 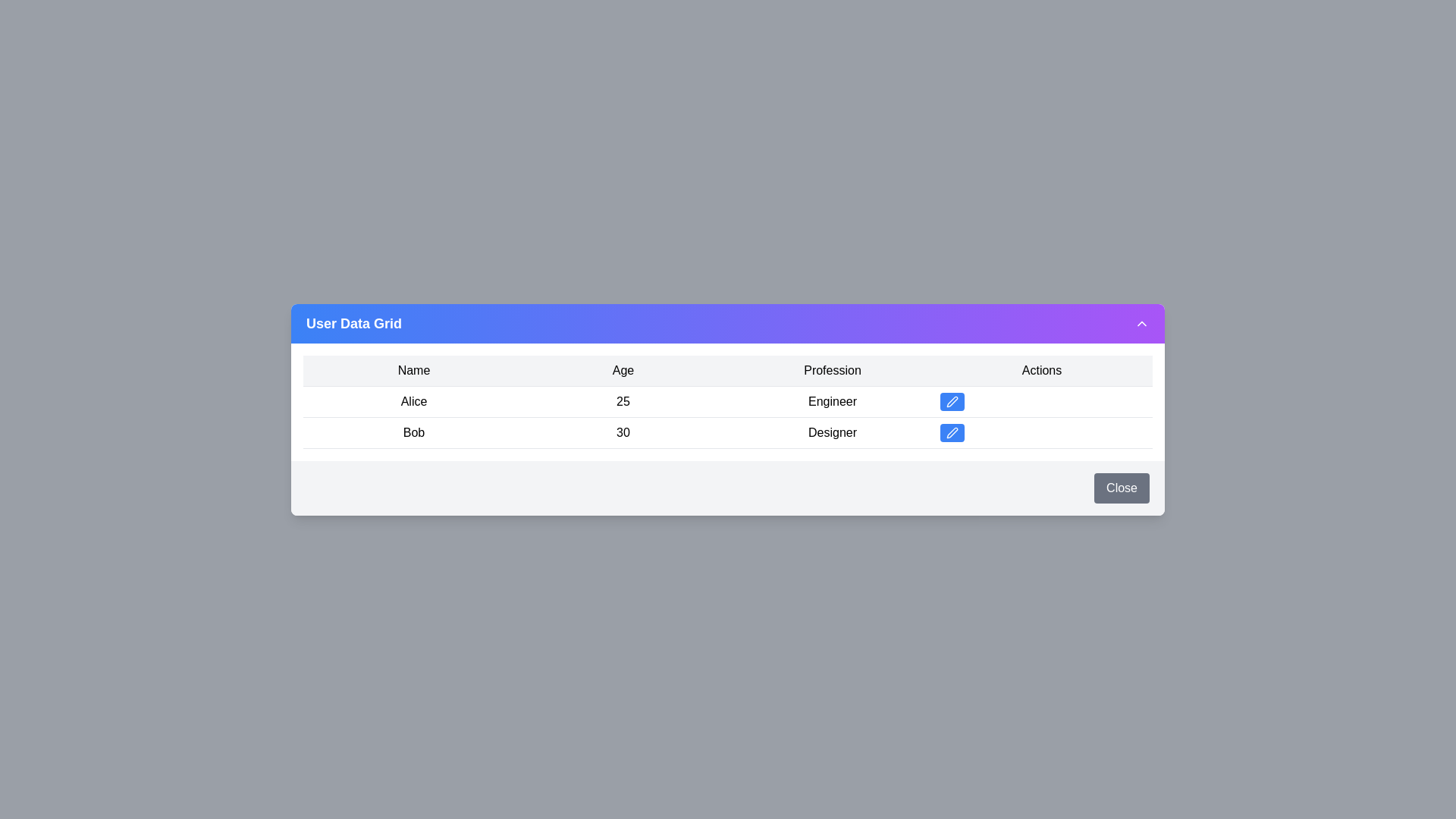 I want to click on the text element displaying 'Engineer' located in the 'Profession' column of the first row in the data grid, so click(x=832, y=400).